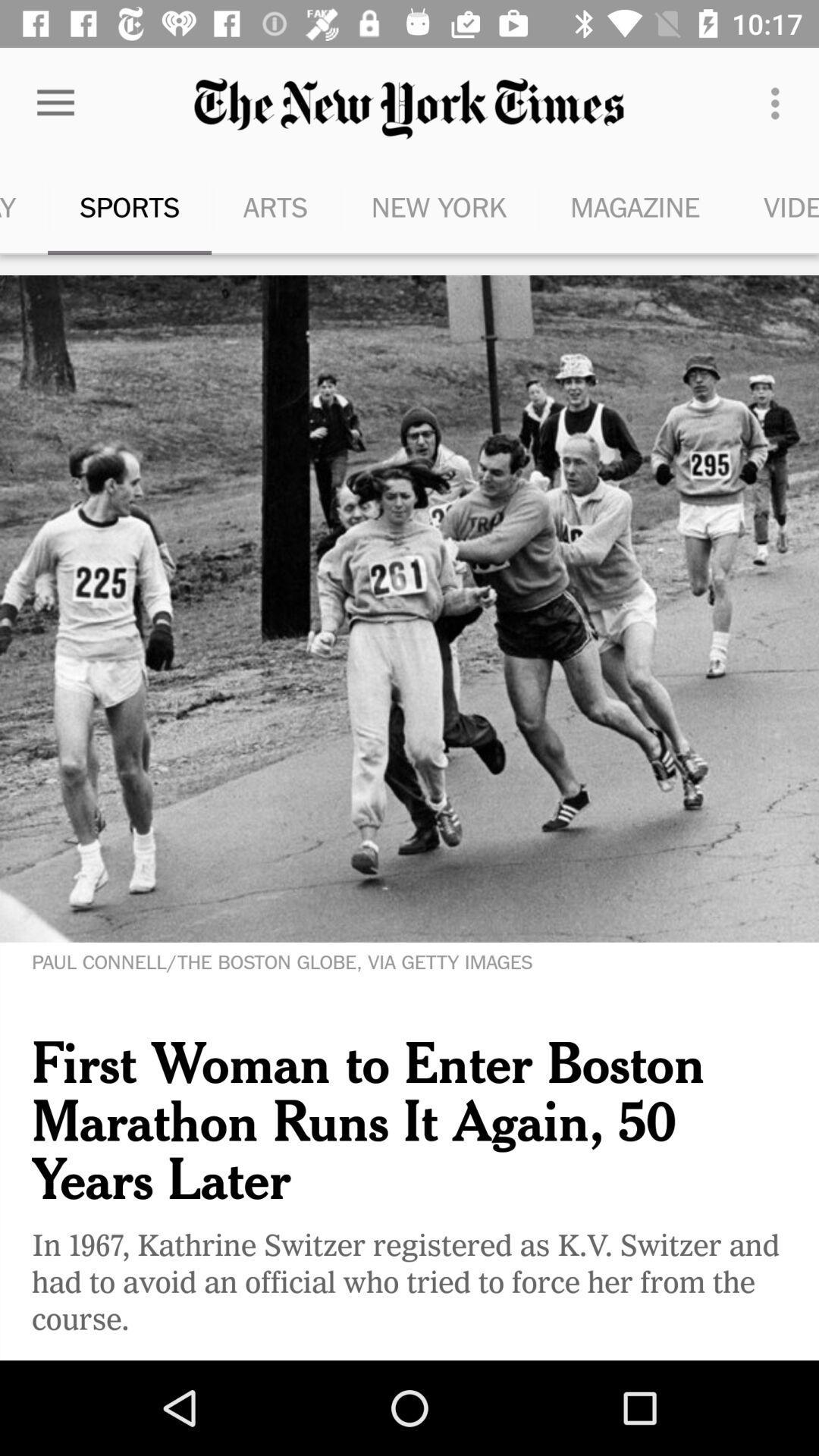  Describe the element at coordinates (128, 206) in the screenshot. I see `icon to the left of arts icon` at that location.